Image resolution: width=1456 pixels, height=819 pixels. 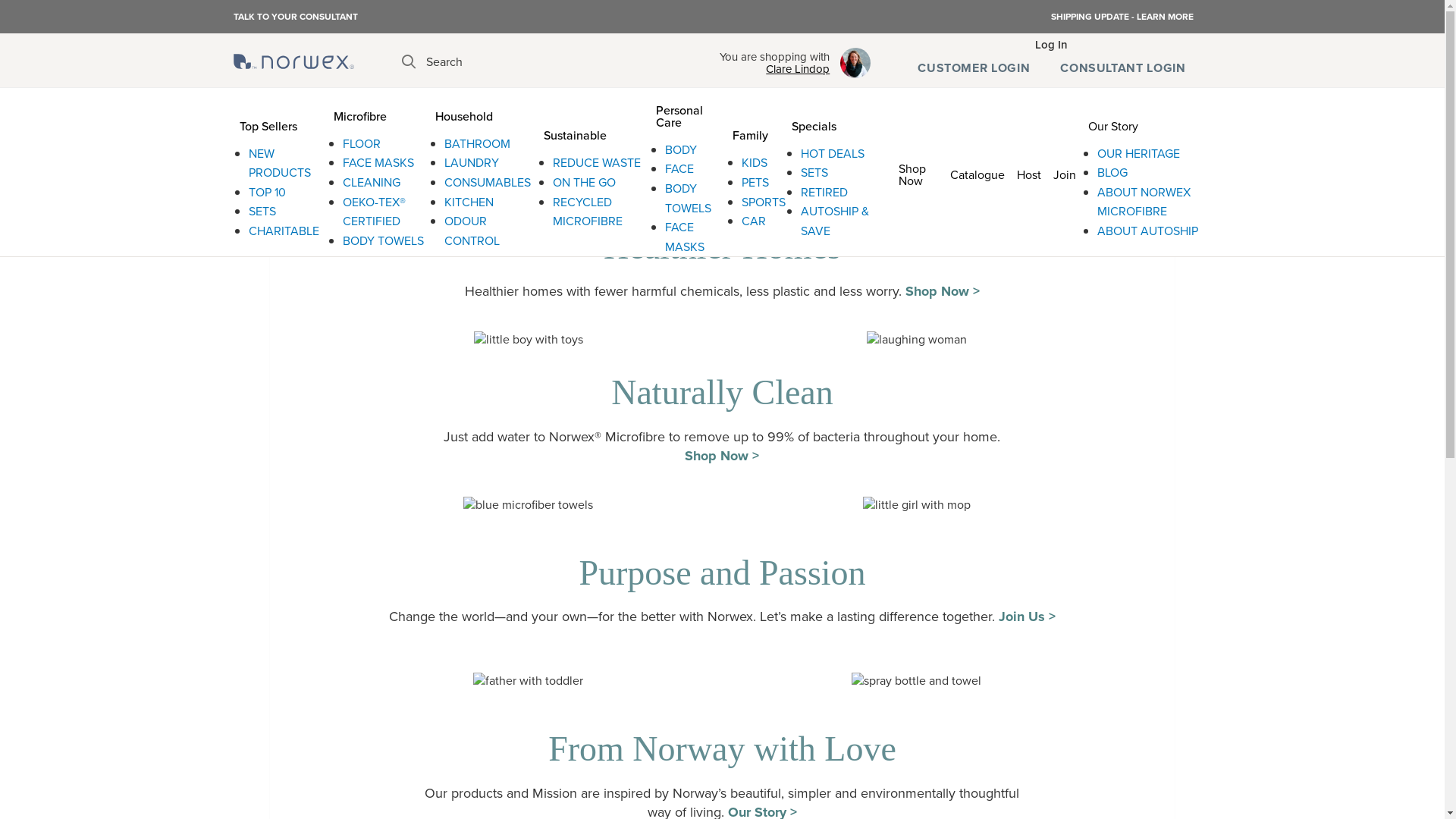 What do you see at coordinates (755, 181) in the screenshot?
I see `'PETS'` at bounding box center [755, 181].